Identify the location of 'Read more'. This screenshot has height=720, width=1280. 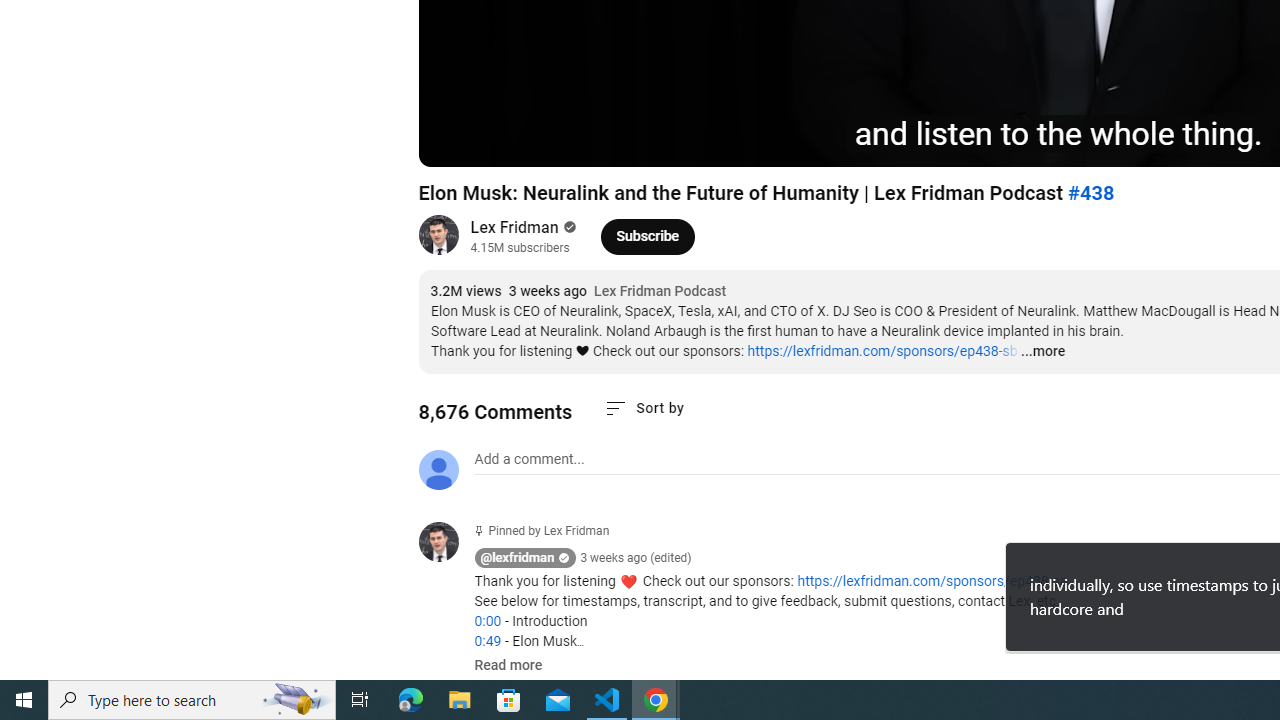
(508, 666).